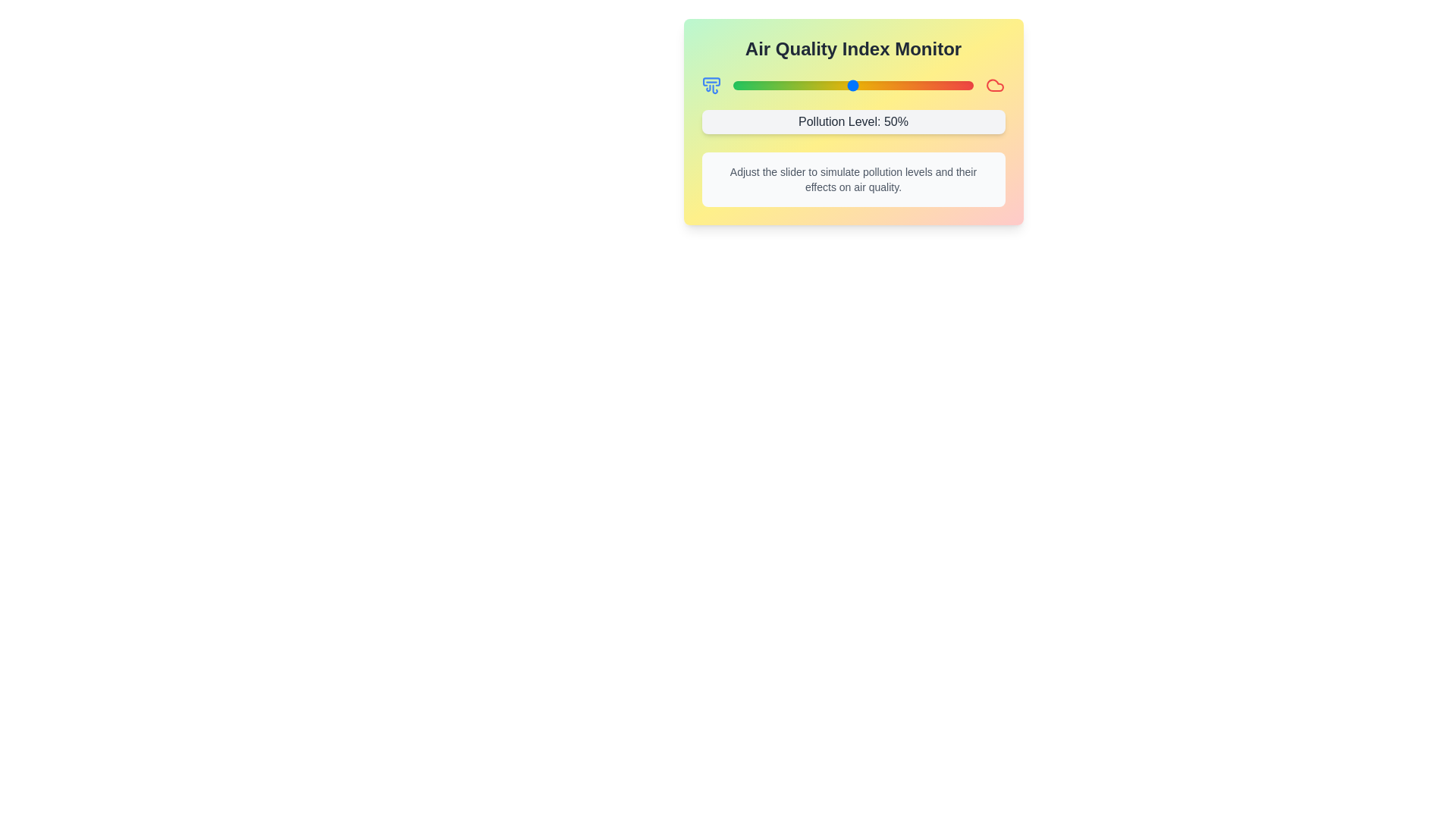  Describe the element at coordinates (759, 85) in the screenshot. I see `the pollution level slider to 11%` at that location.